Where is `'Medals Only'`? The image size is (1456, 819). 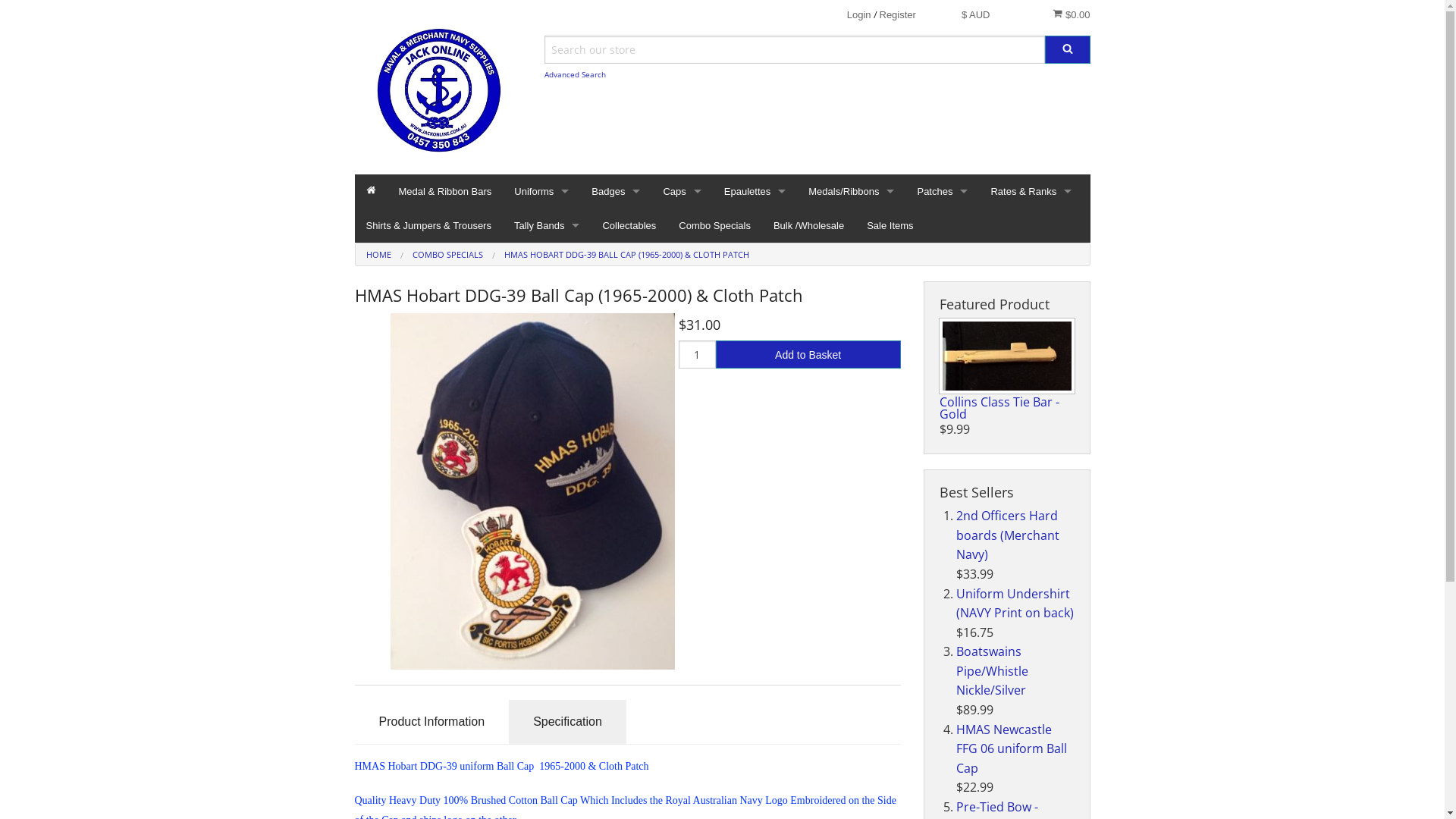 'Medals Only' is located at coordinates (796, 243).